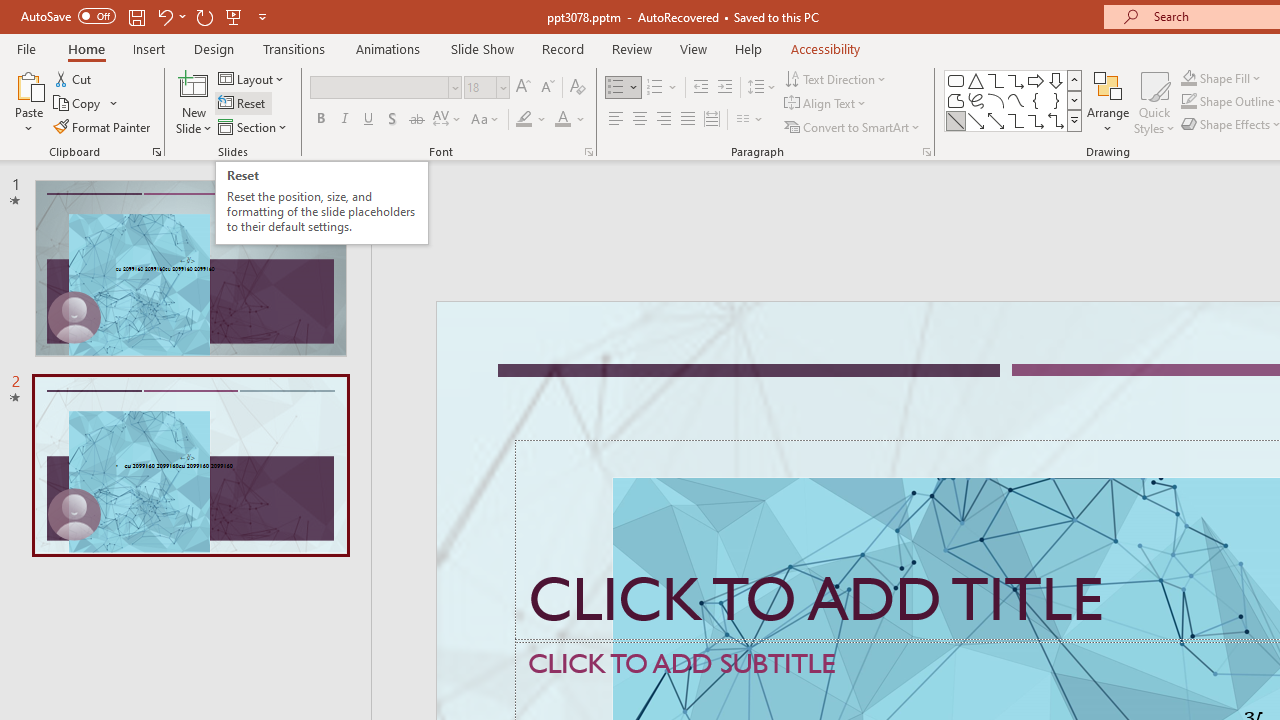  Describe the element at coordinates (522, 86) in the screenshot. I see `'Increase Font Size'` at that location.